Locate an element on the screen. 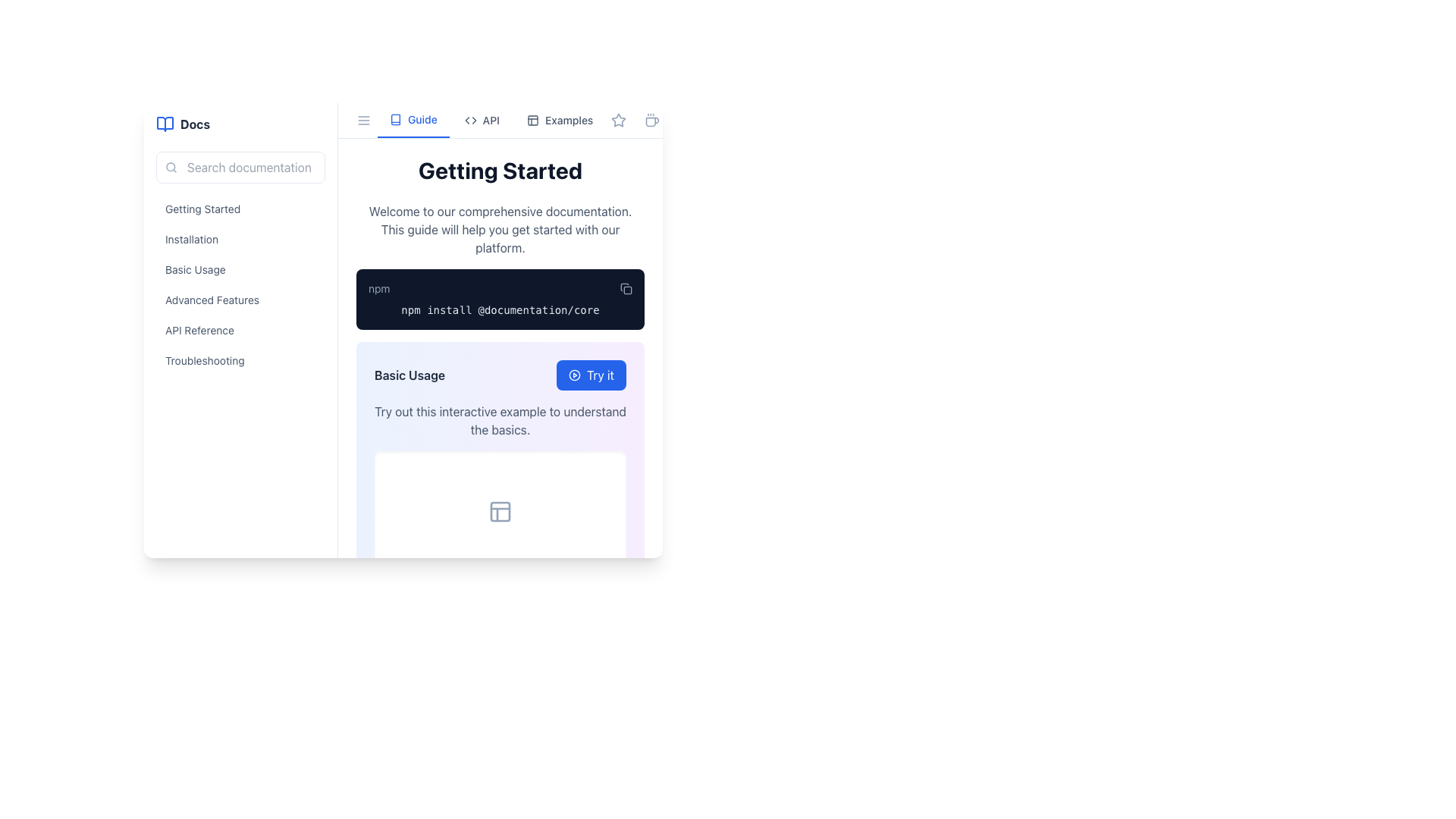 The height and width of the screenshot is (819, 1456). the 'Advanced Features' button in the sidebar menu is located at coordinates (240, 300).